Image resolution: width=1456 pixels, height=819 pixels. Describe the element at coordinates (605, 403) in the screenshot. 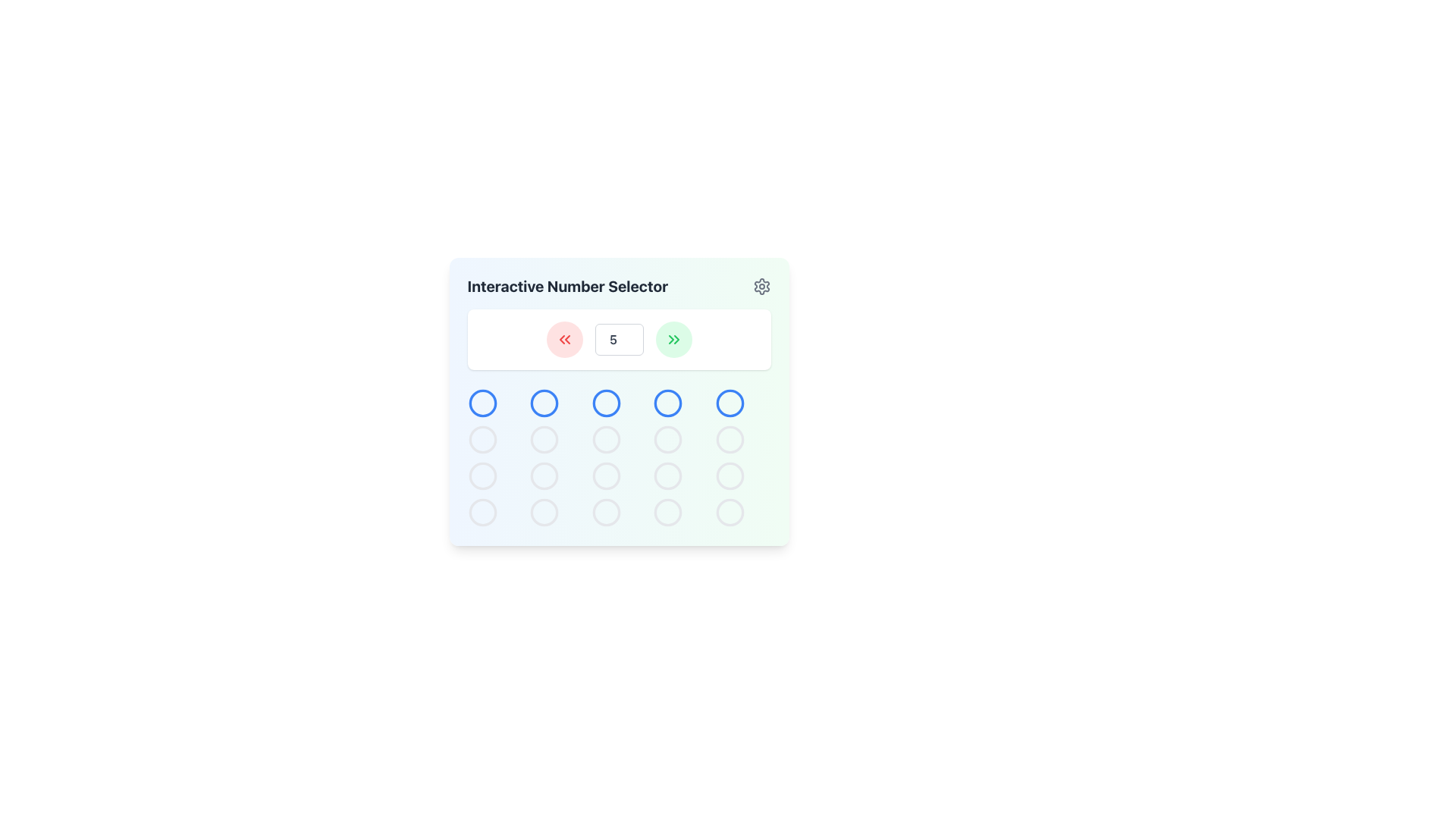

I see `the third circular icon in the first row of the grid` at that location.